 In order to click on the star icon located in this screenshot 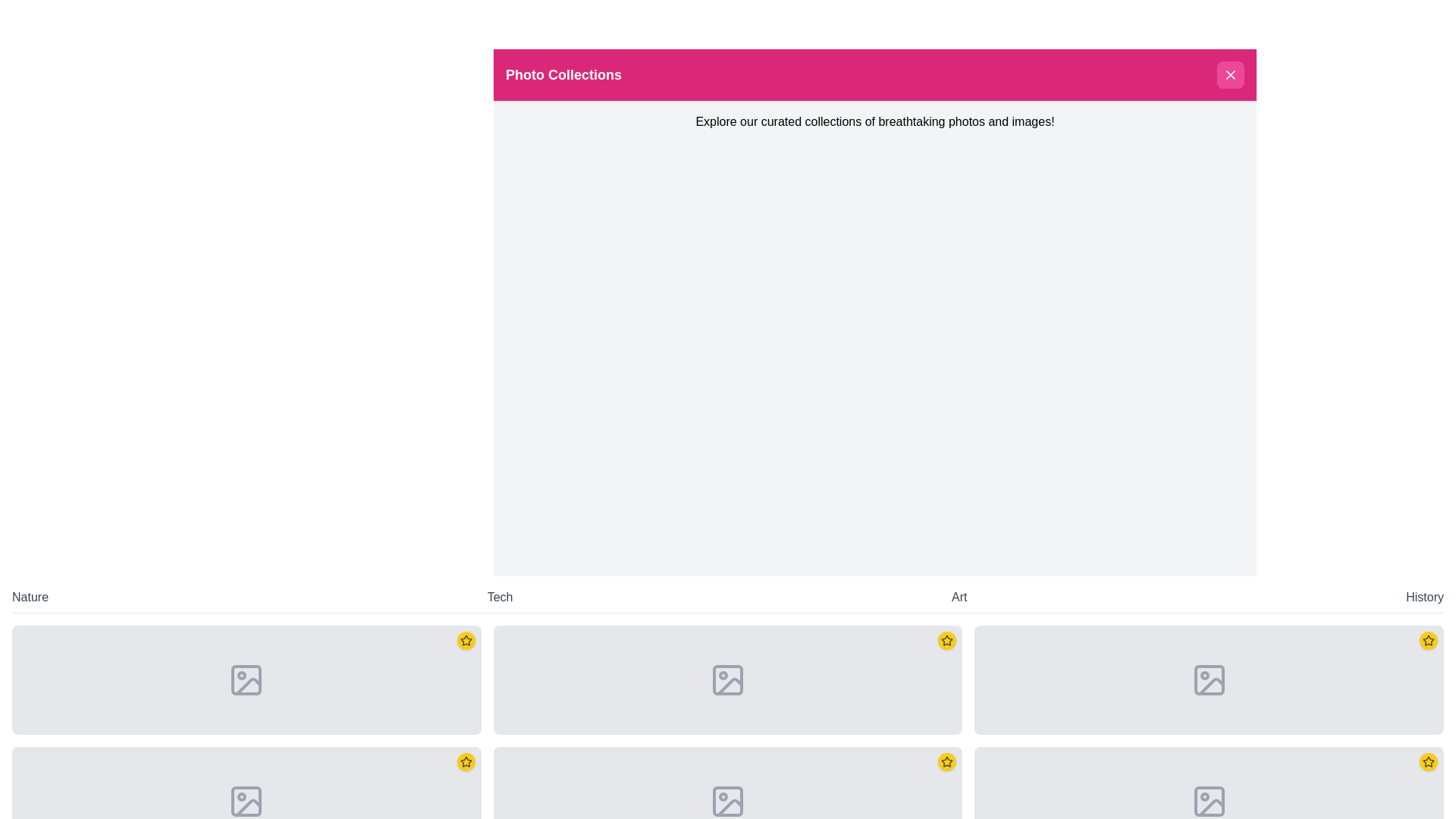, I will do `click(465, 640)`.